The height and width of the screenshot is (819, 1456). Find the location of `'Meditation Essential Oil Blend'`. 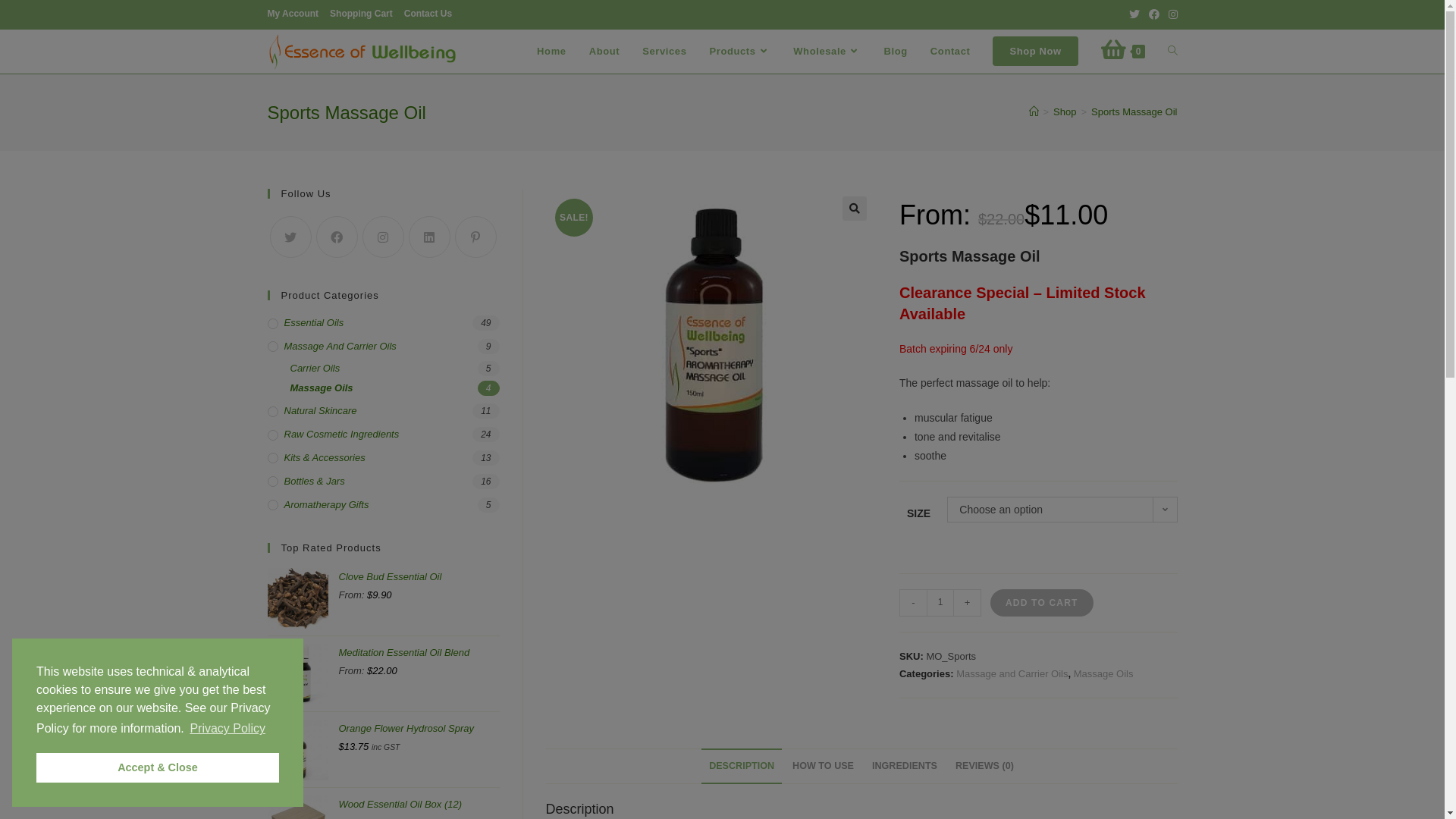

'Meditation Essential Oil Blend' is located at coordinates (337, 660).